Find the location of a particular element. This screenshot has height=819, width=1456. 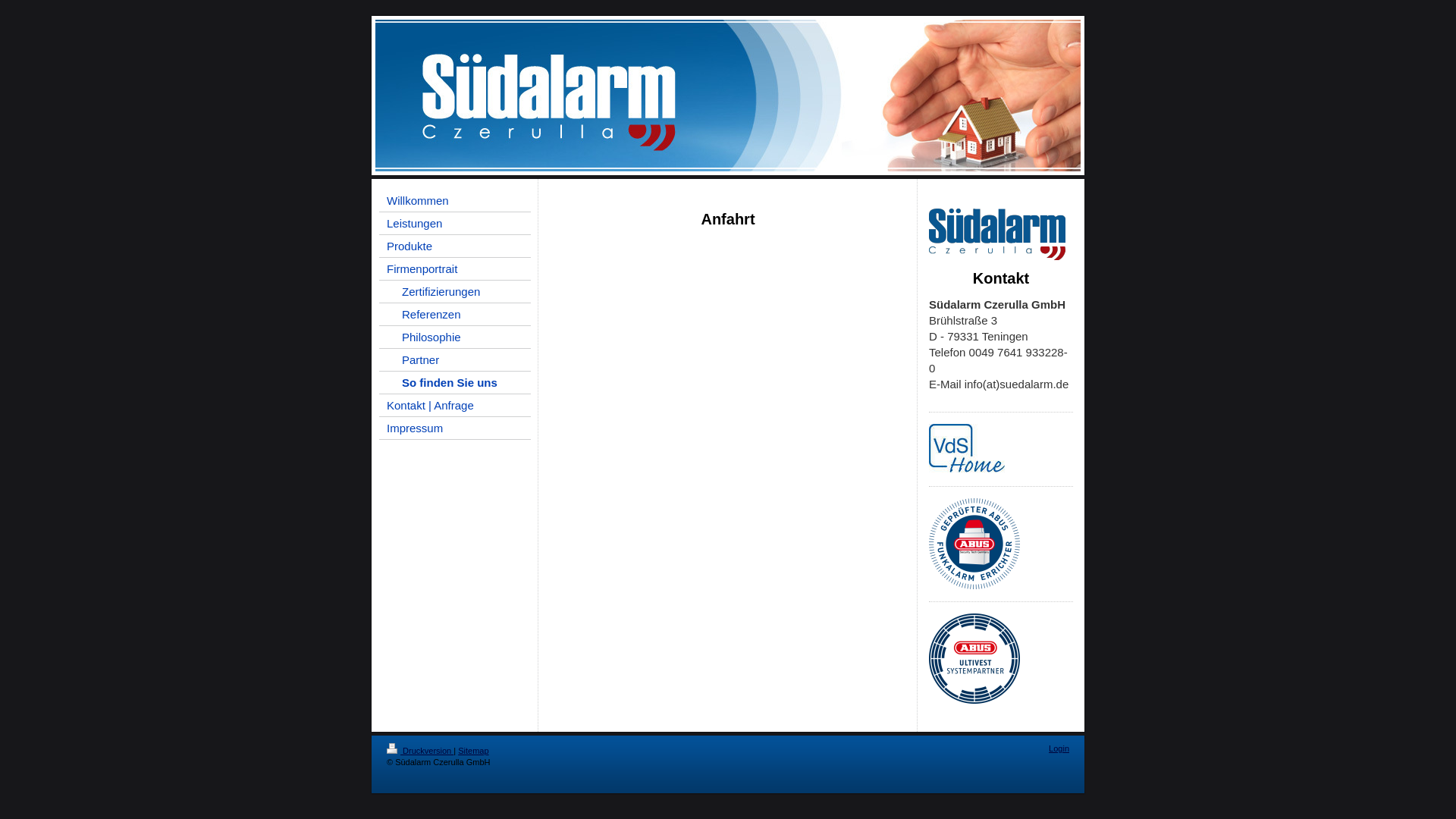

'Produkte' is located at coordinates (454, 245).